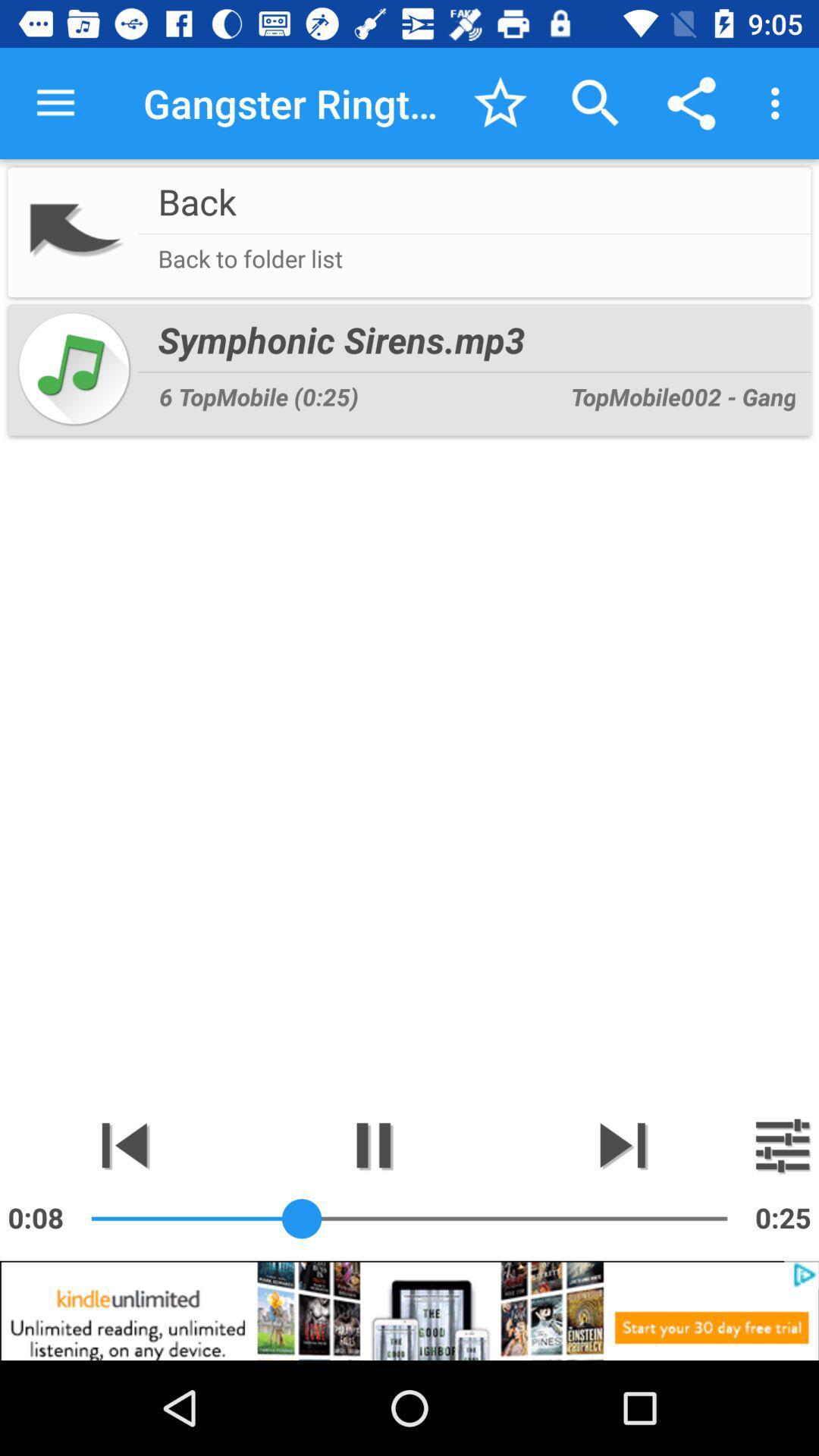 This screenshot has width=819, height=1456. What do you see at coordinates (783, 1145) in the screenshot?
I see `the sliders icon` at bounding box center [783, 1145].